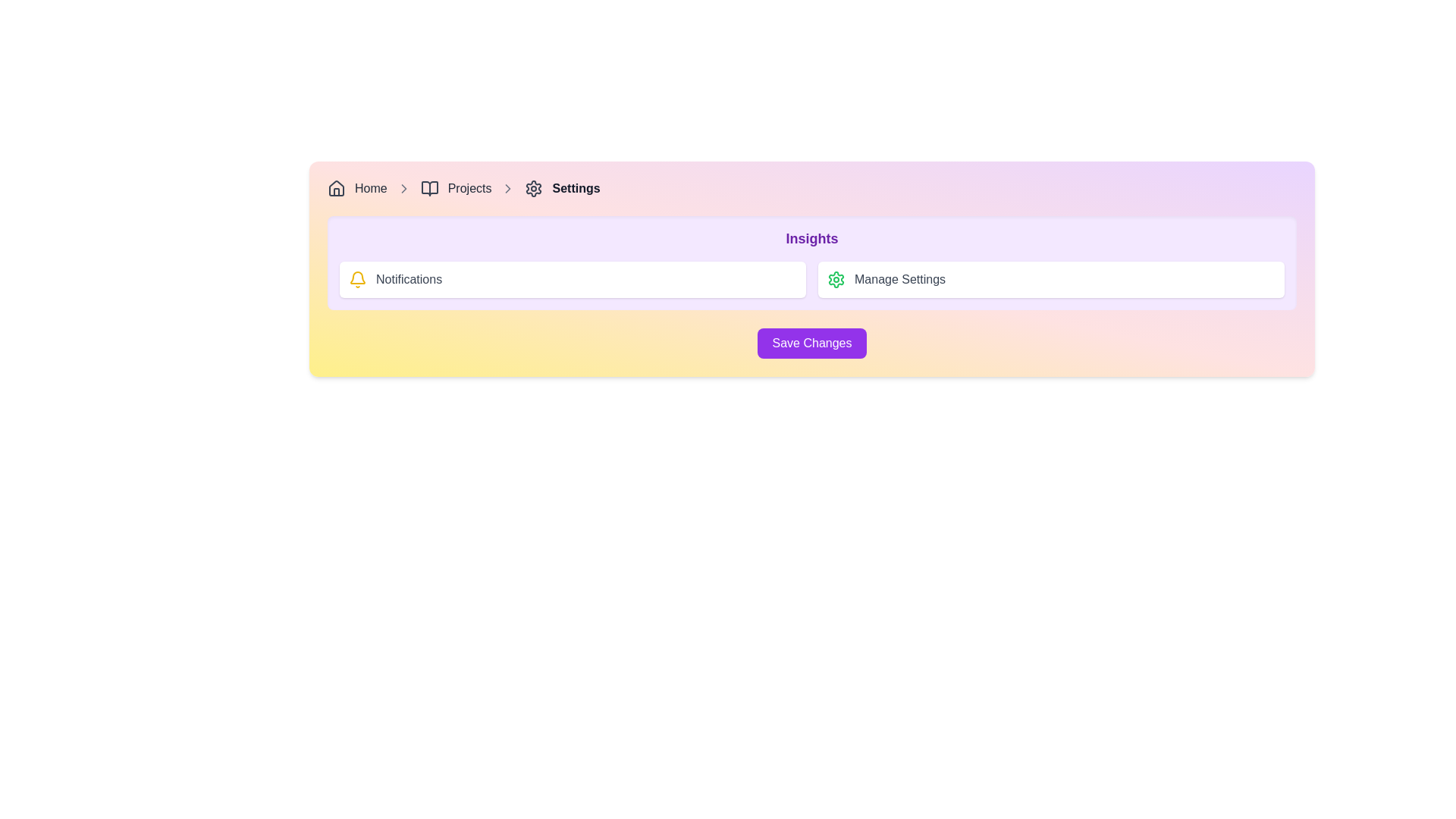 This screenshot has height=819, width=1456. I want to click on the gear icon in the breadcrumb navigation bar, located between the 'Projects' link and 'Settings' text, so click(534, 188).